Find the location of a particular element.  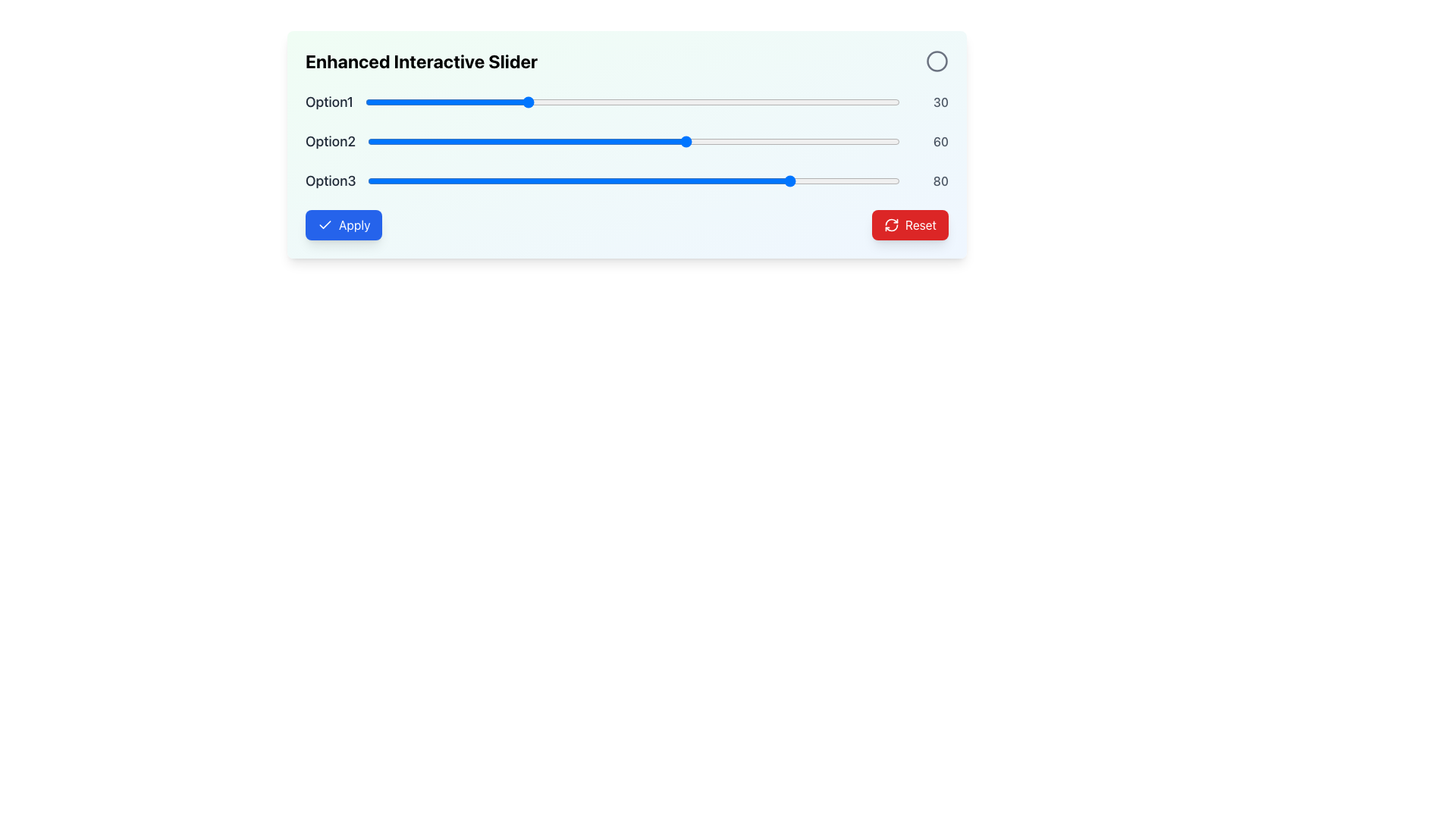

the value of the slider is located at coordinates (846, 102).